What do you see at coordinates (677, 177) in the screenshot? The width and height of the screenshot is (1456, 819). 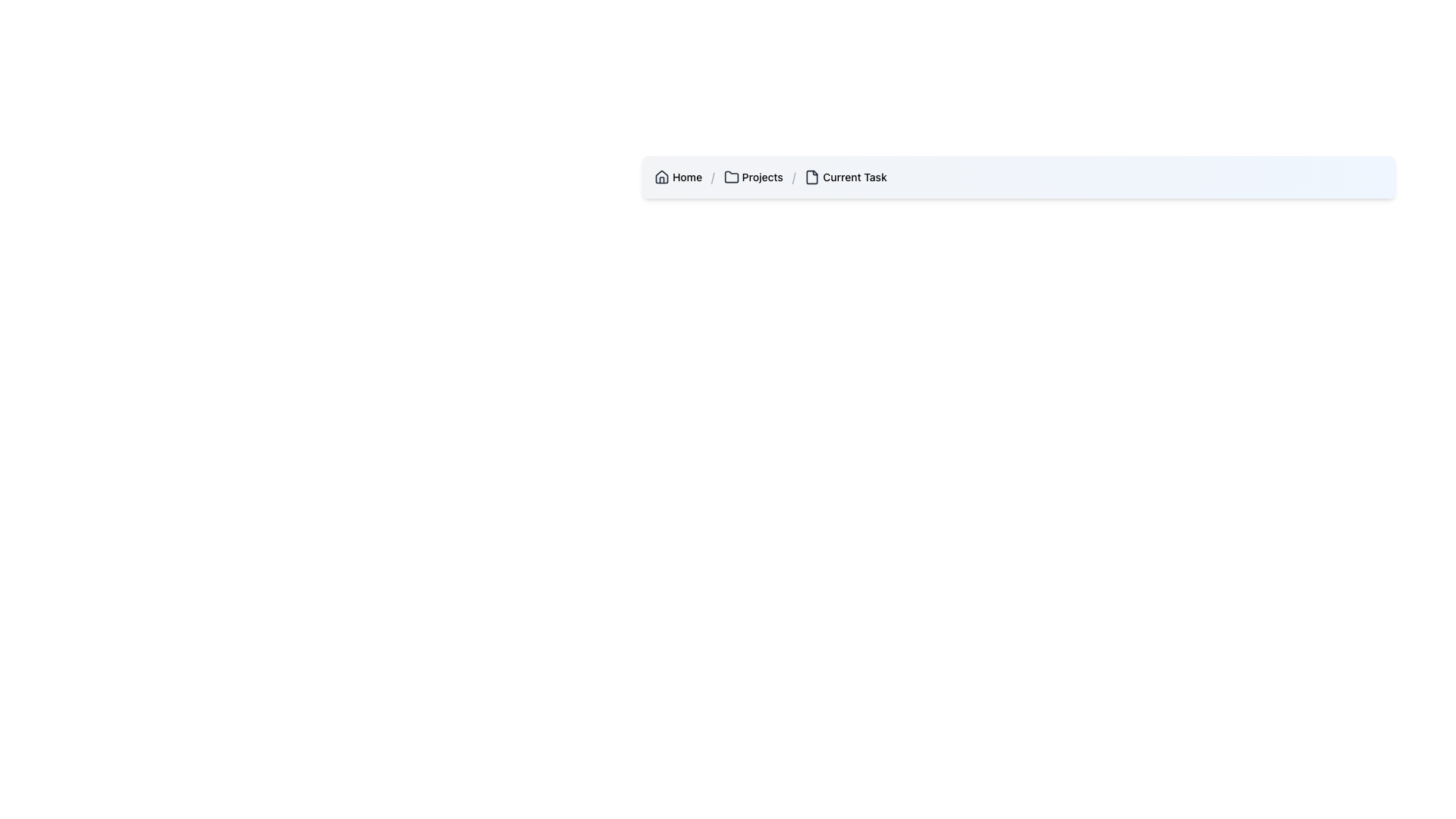 I see `the 'Home' linked breadcrumb item, which consists of a house icon and the text 'Home'` at bounding box center [677, 177].